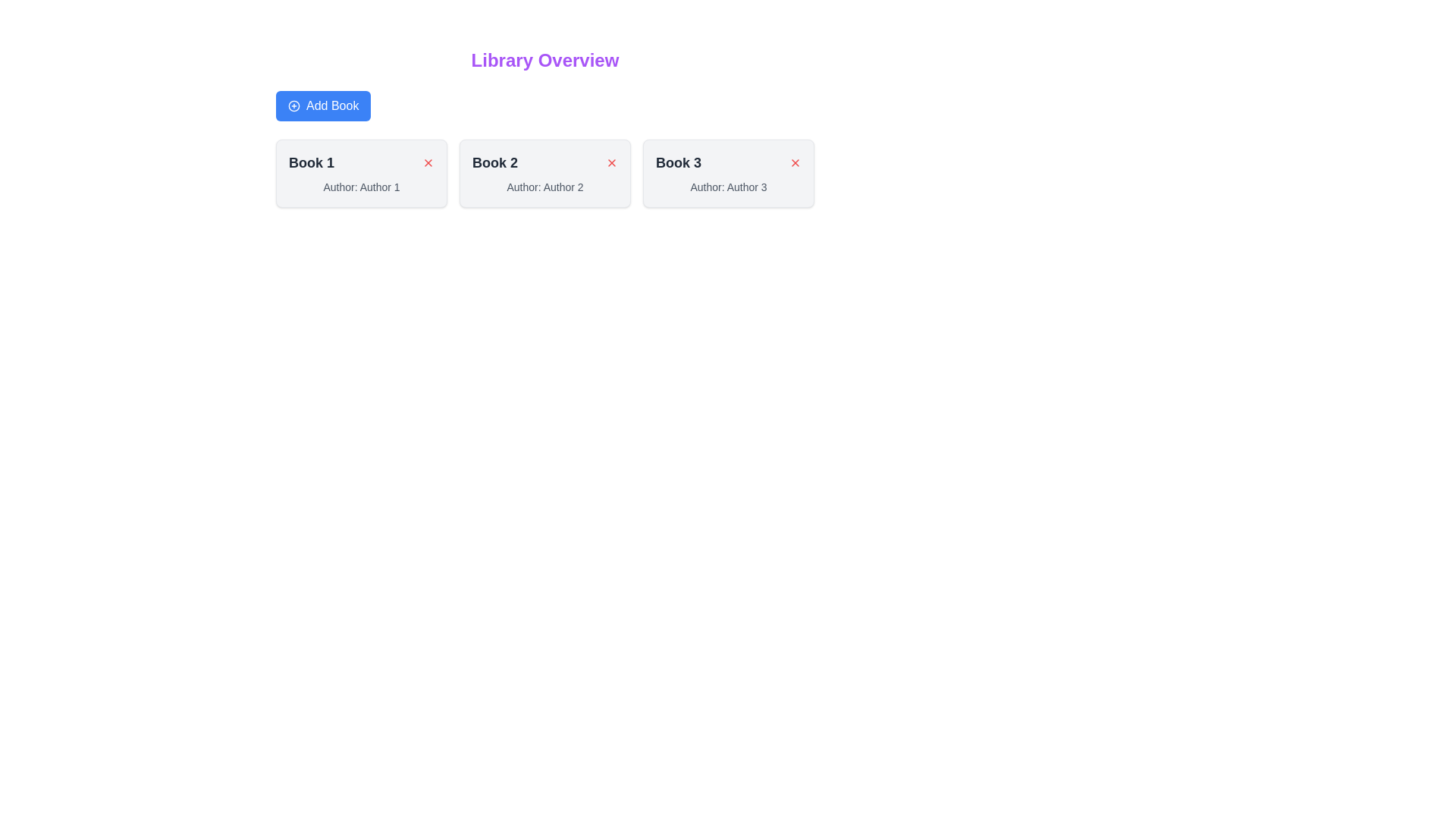  I want to click on author information text label located at the bottom of the 'Book 3' card, which is the third in a horizontal row of similar containers, so click(728, 186).